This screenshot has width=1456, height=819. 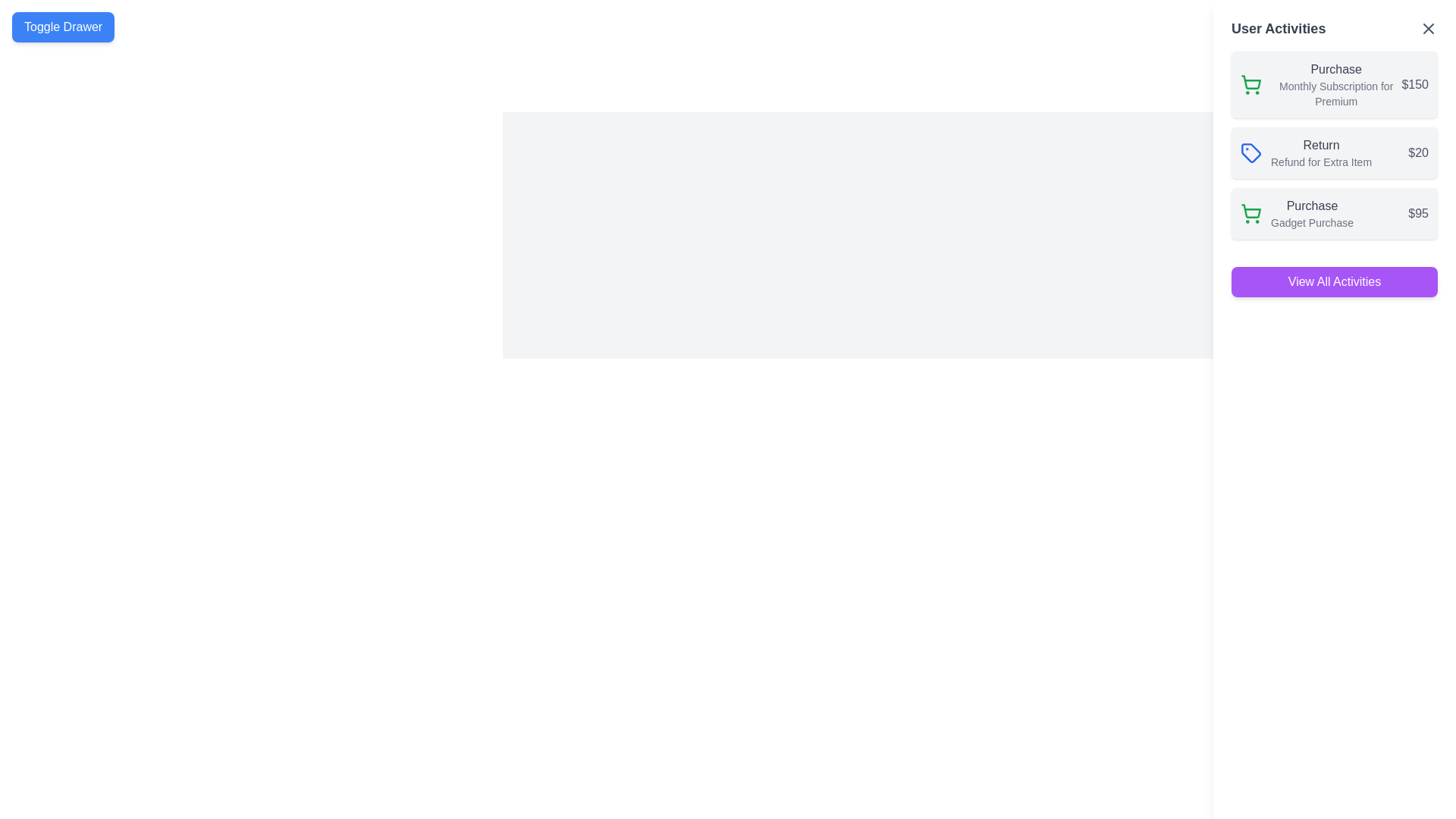 I want to click on the second informational text label under the 'Return' title in the 'User Activities' panel, so click(x=1320, y=162).